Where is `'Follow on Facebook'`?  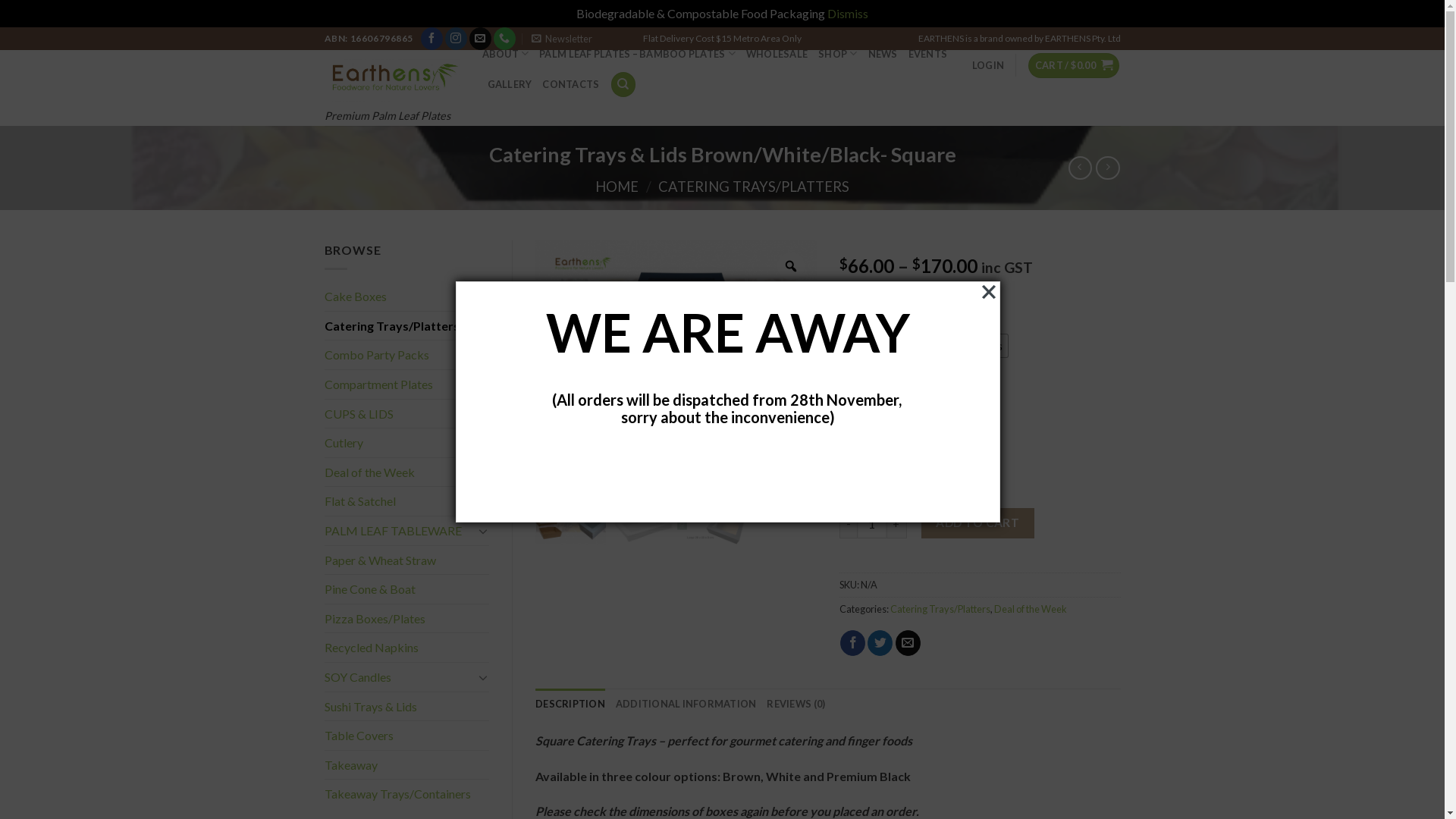 'Follow on Facebook' is located at coordinates (431, 37).